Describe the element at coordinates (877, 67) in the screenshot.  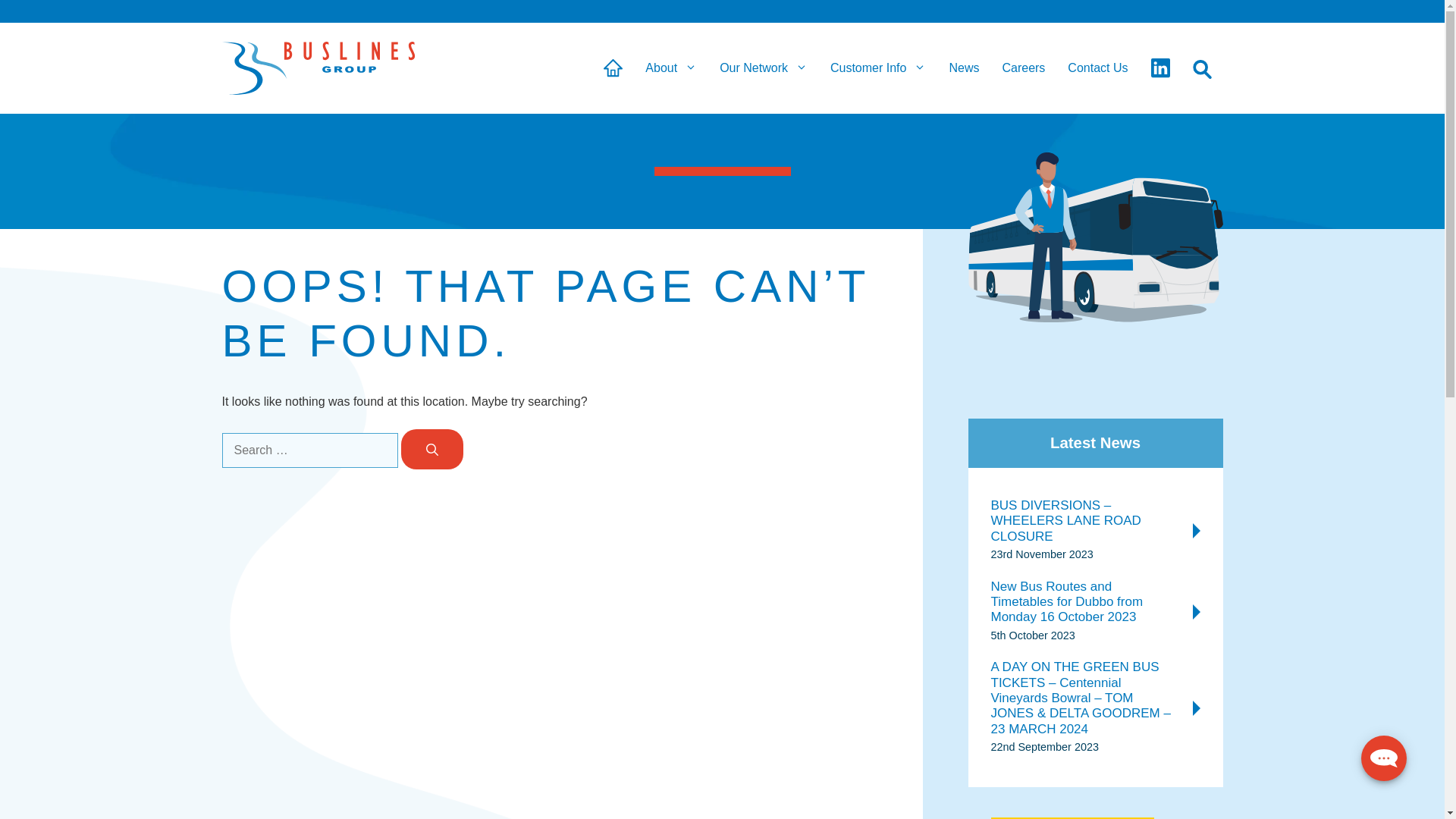
I see `'Customer Info'` at that location.